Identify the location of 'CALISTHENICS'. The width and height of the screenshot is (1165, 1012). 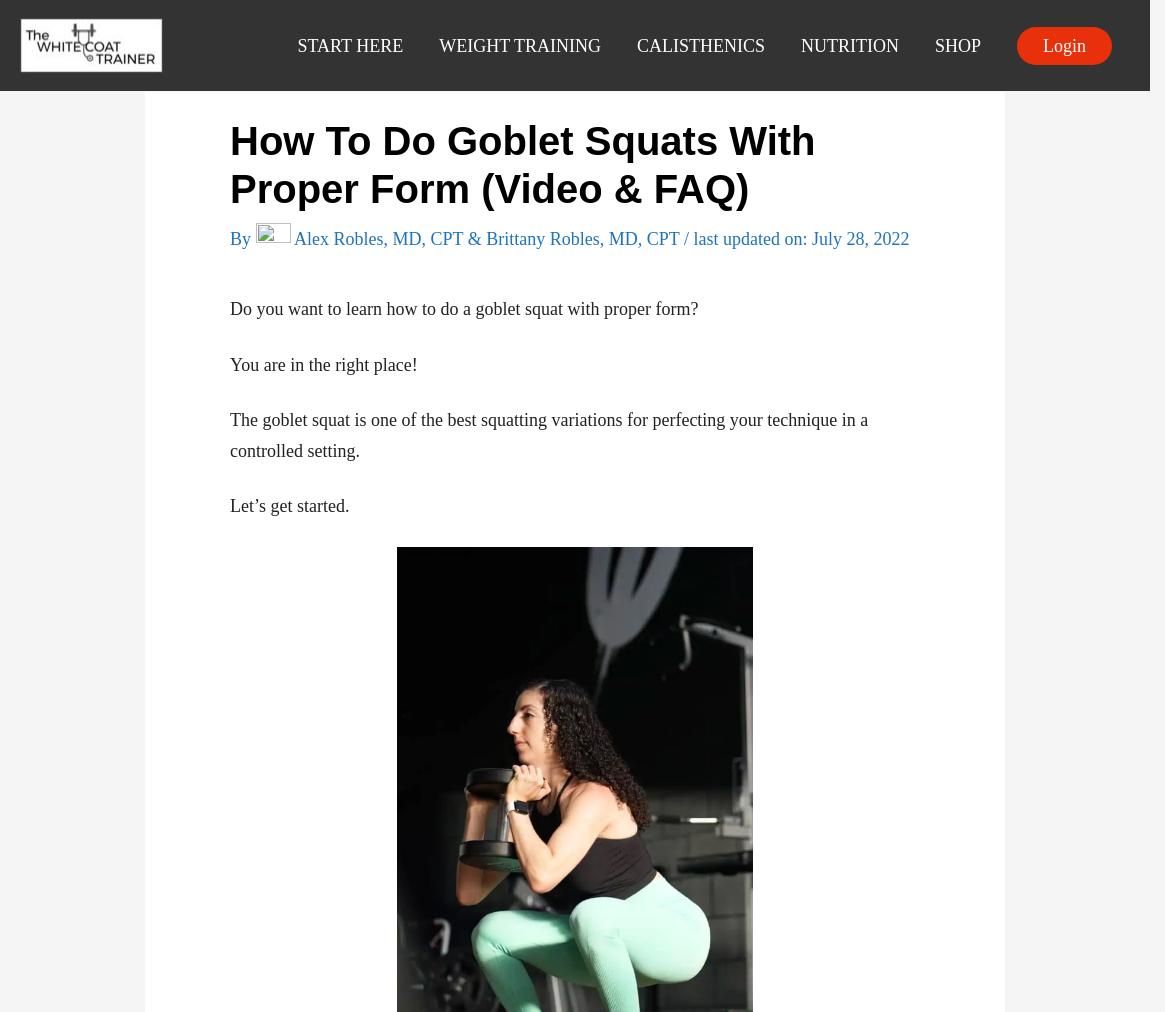
(699, 44).